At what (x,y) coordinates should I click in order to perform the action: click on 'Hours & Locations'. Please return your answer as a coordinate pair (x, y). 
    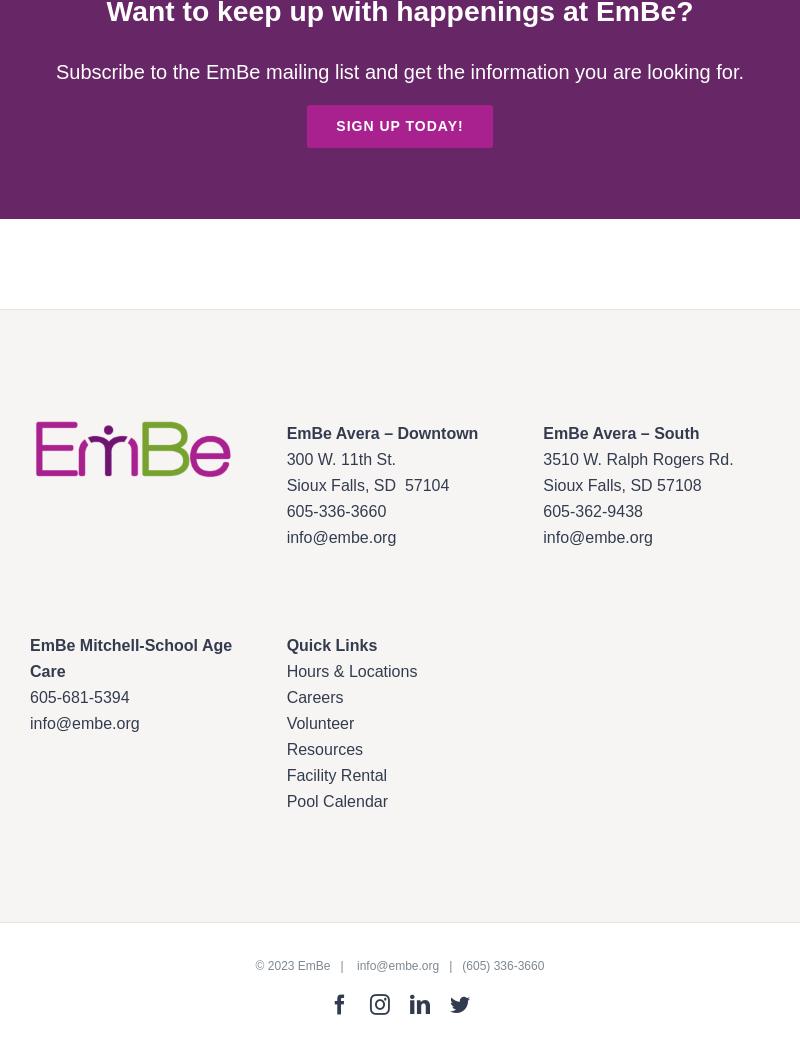
    Looking at the image, I should click on (286, 670).